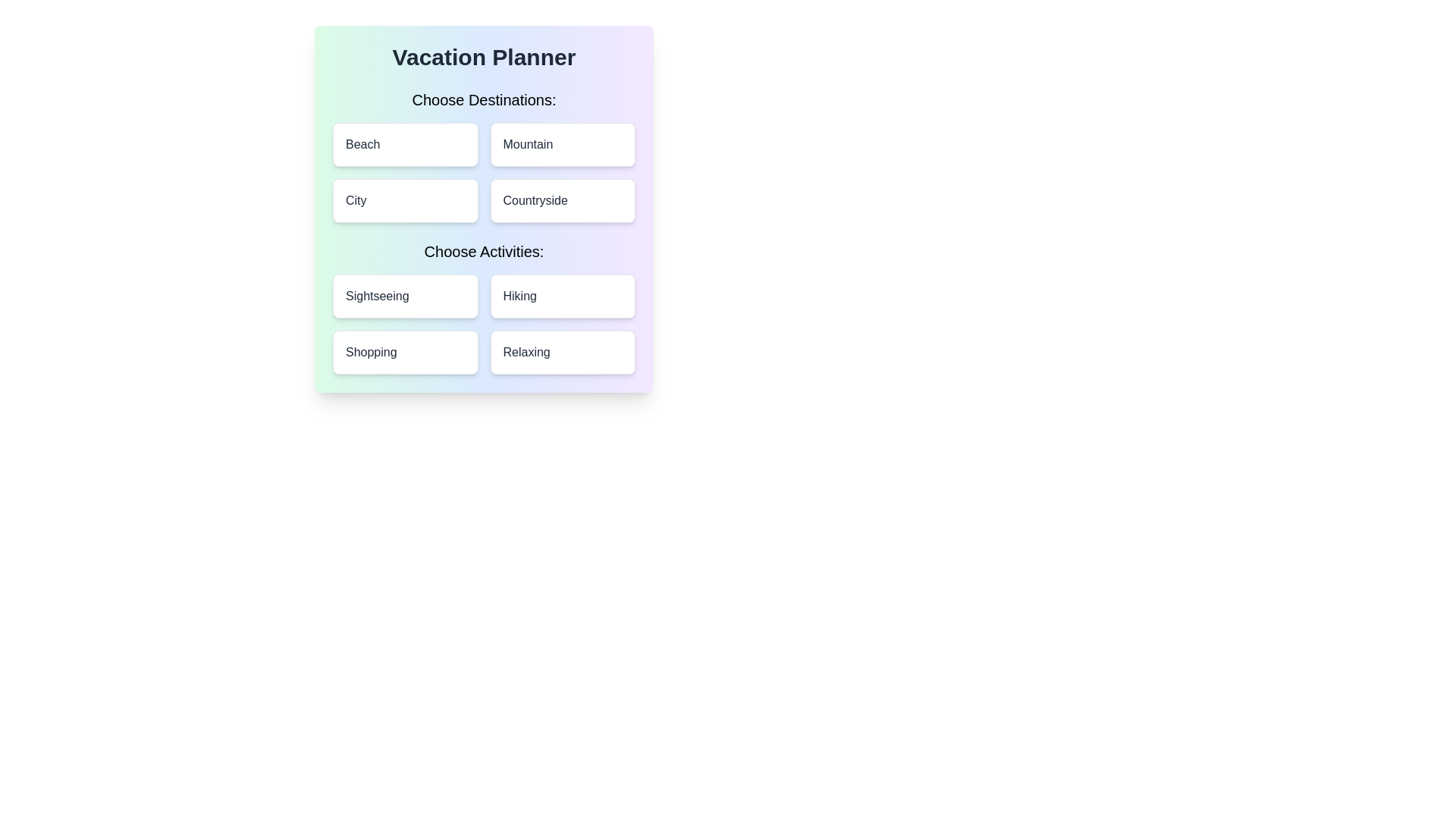 This screenshot has height=819, width=1456. What do you see at coordinates (483, 307) in the screenshot?
I see `a button within the Grid containing buttons located below the 'Choose Activities:' header in the 'Vacation Planner' card` at bounding box center [483, 307].